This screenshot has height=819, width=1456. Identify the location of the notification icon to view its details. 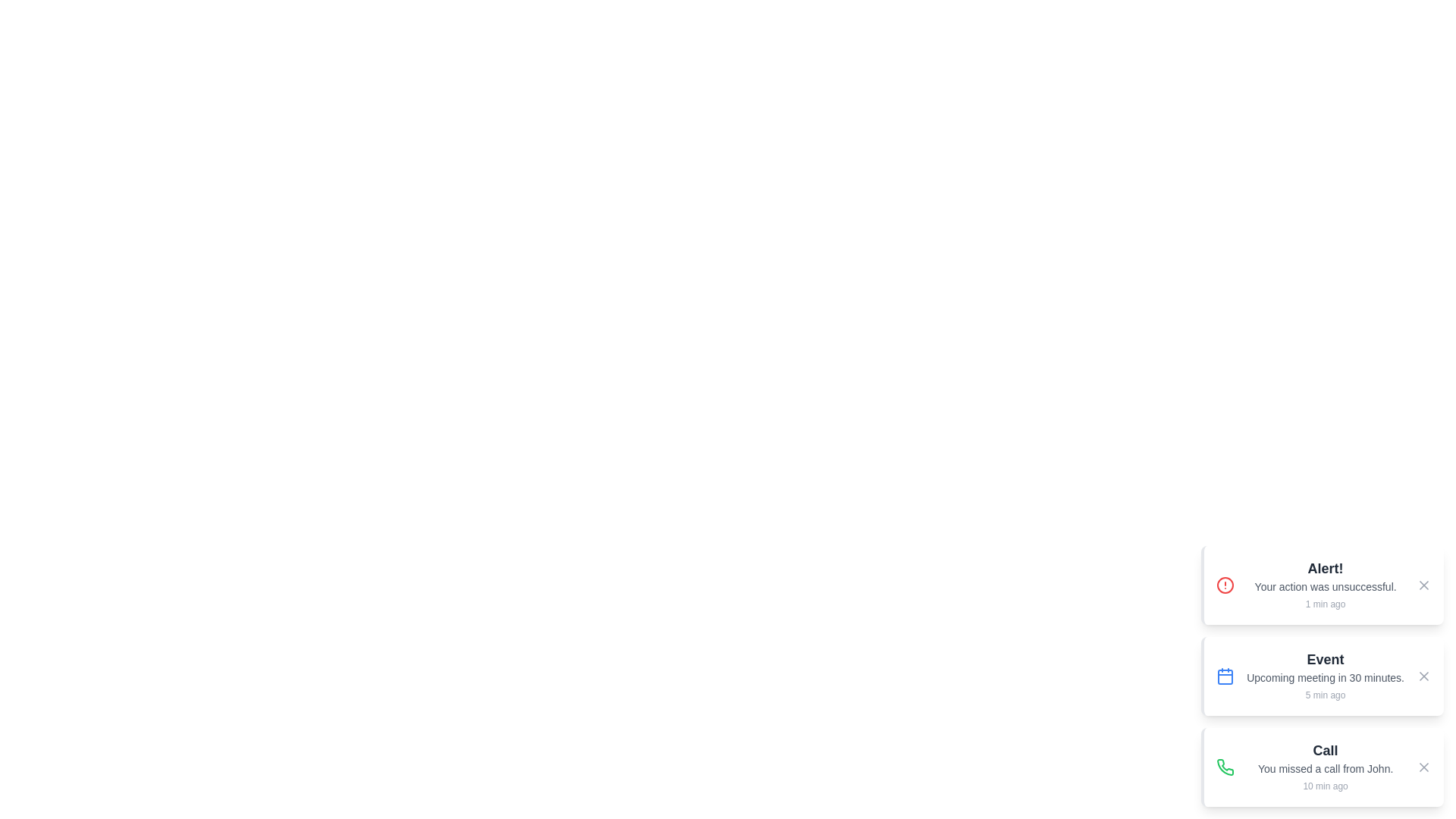
(1225, 584).